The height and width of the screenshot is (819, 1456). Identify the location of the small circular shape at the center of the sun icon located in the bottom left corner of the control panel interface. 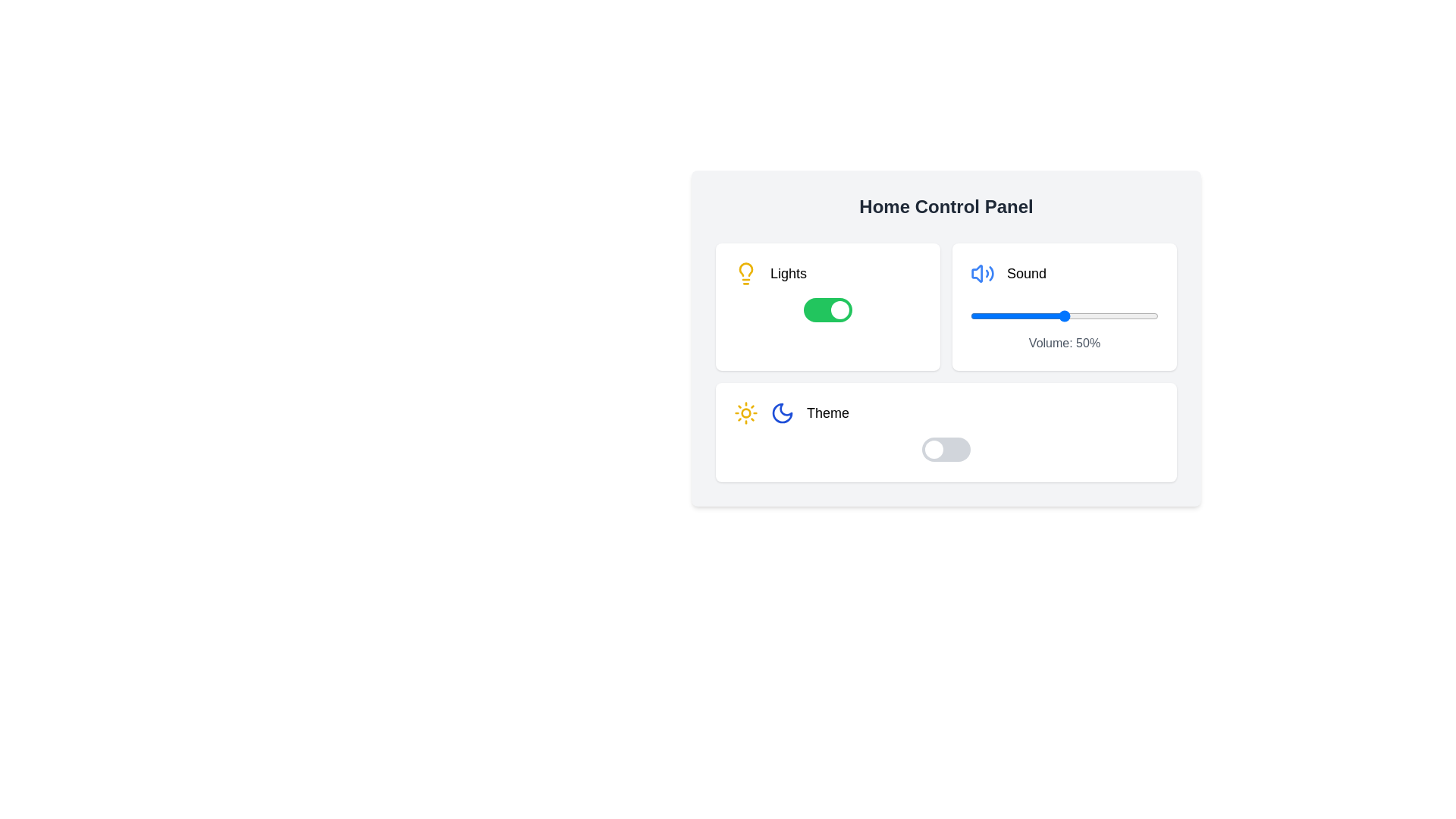
(745, 413).